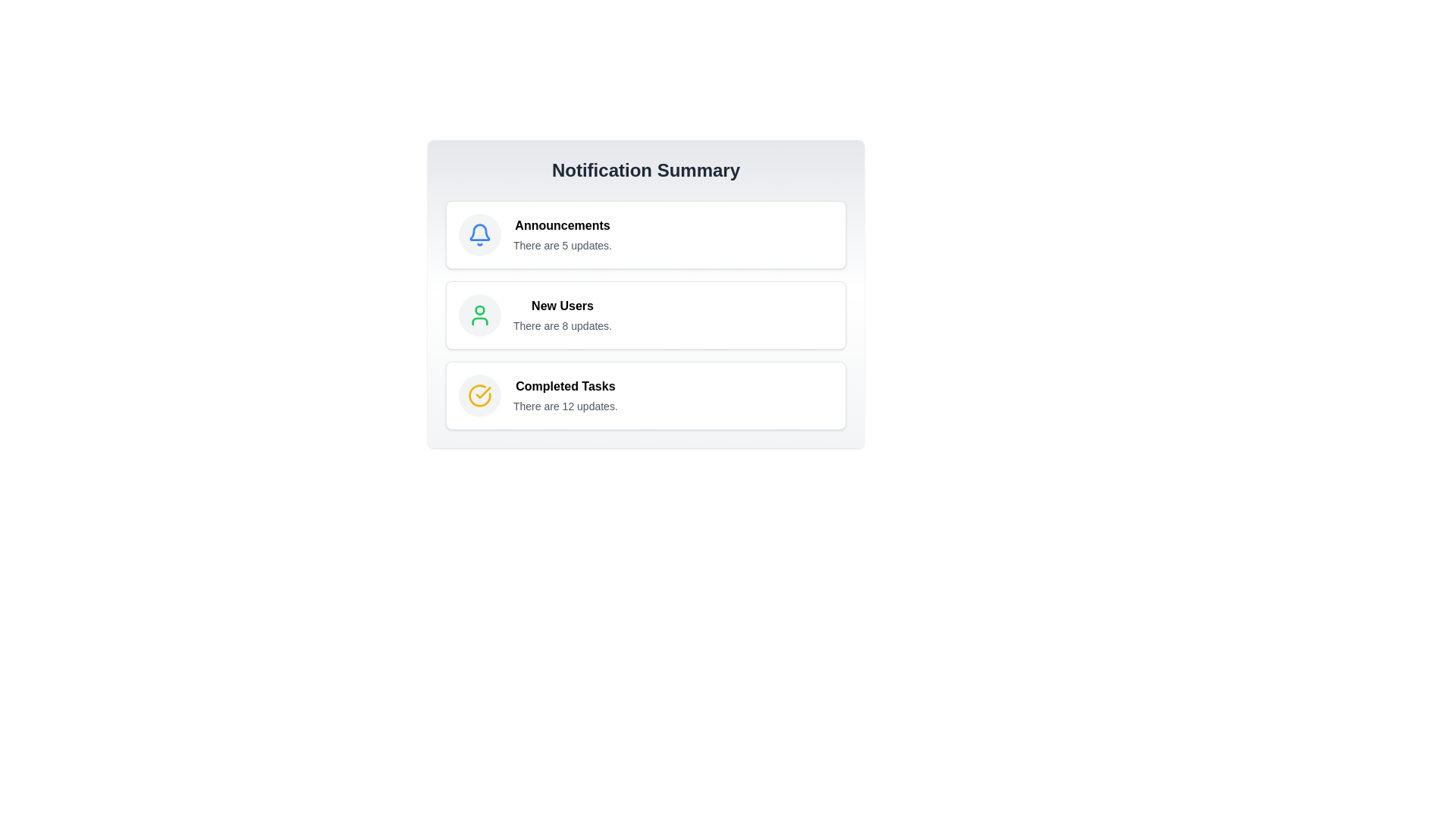 The height and width of the screenshot is (819, 1456). I want to click on the 'New Users' notification card which displays a title in bold and an update notification below it, so click(645, 315).